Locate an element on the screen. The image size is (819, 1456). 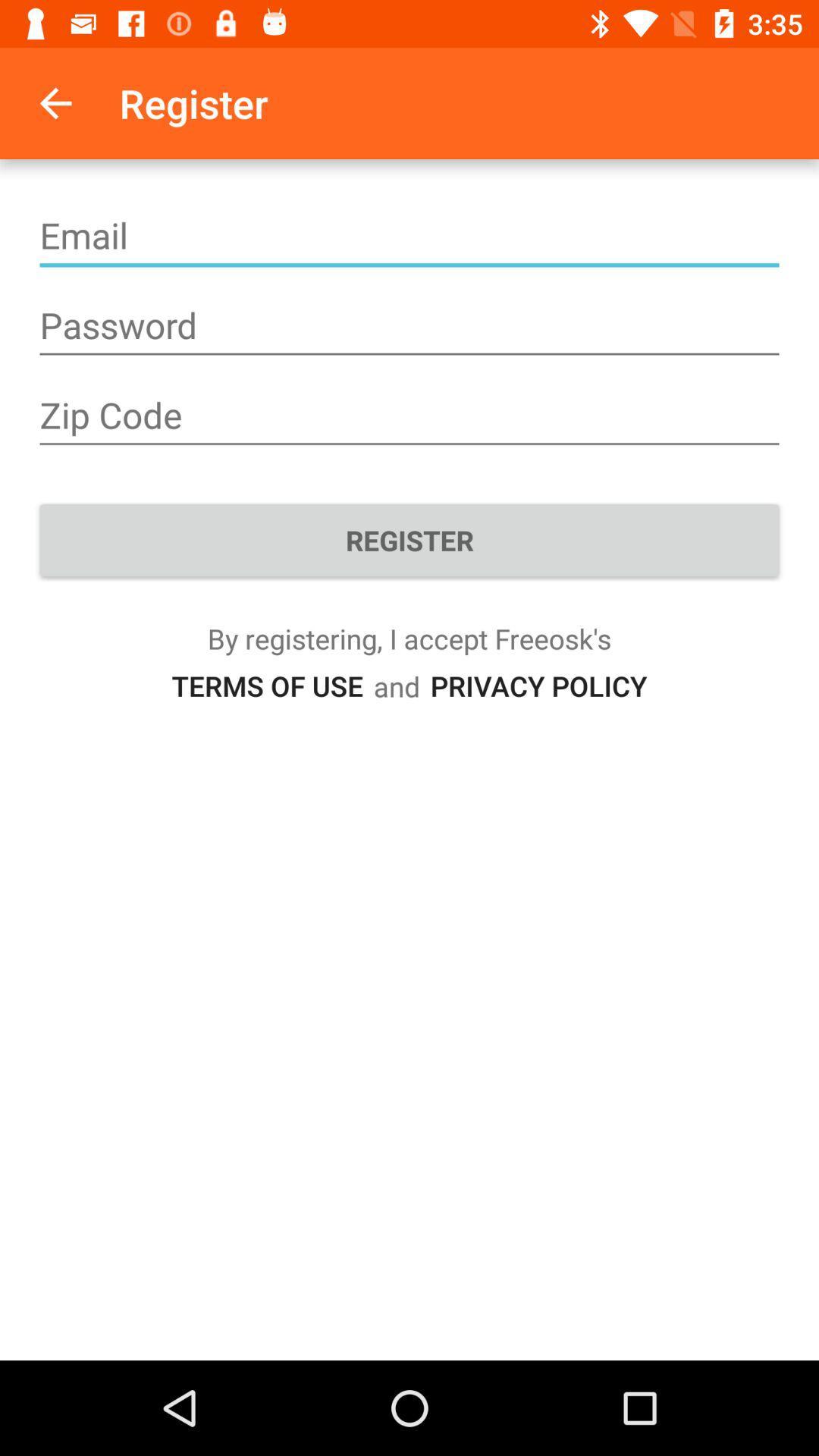
the icon to the right of and is located at coordinates (538, 685).